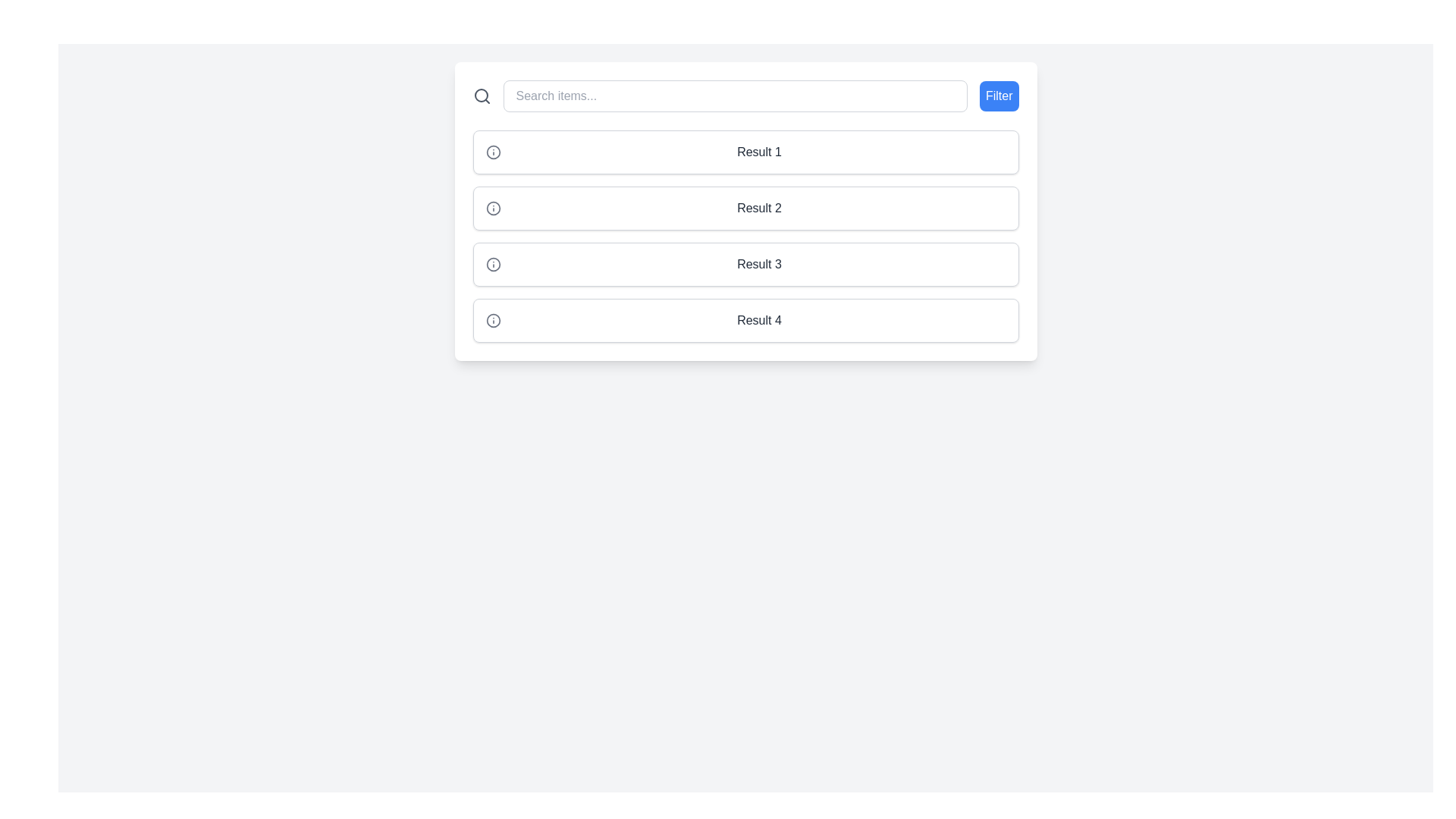 The image size is (1456, 819). I want to click on the search icon that visually represents the search functionality, located at the far left of a horizontal group containing a text input field and a blue button labeled 'Filter', so click(481, 96).